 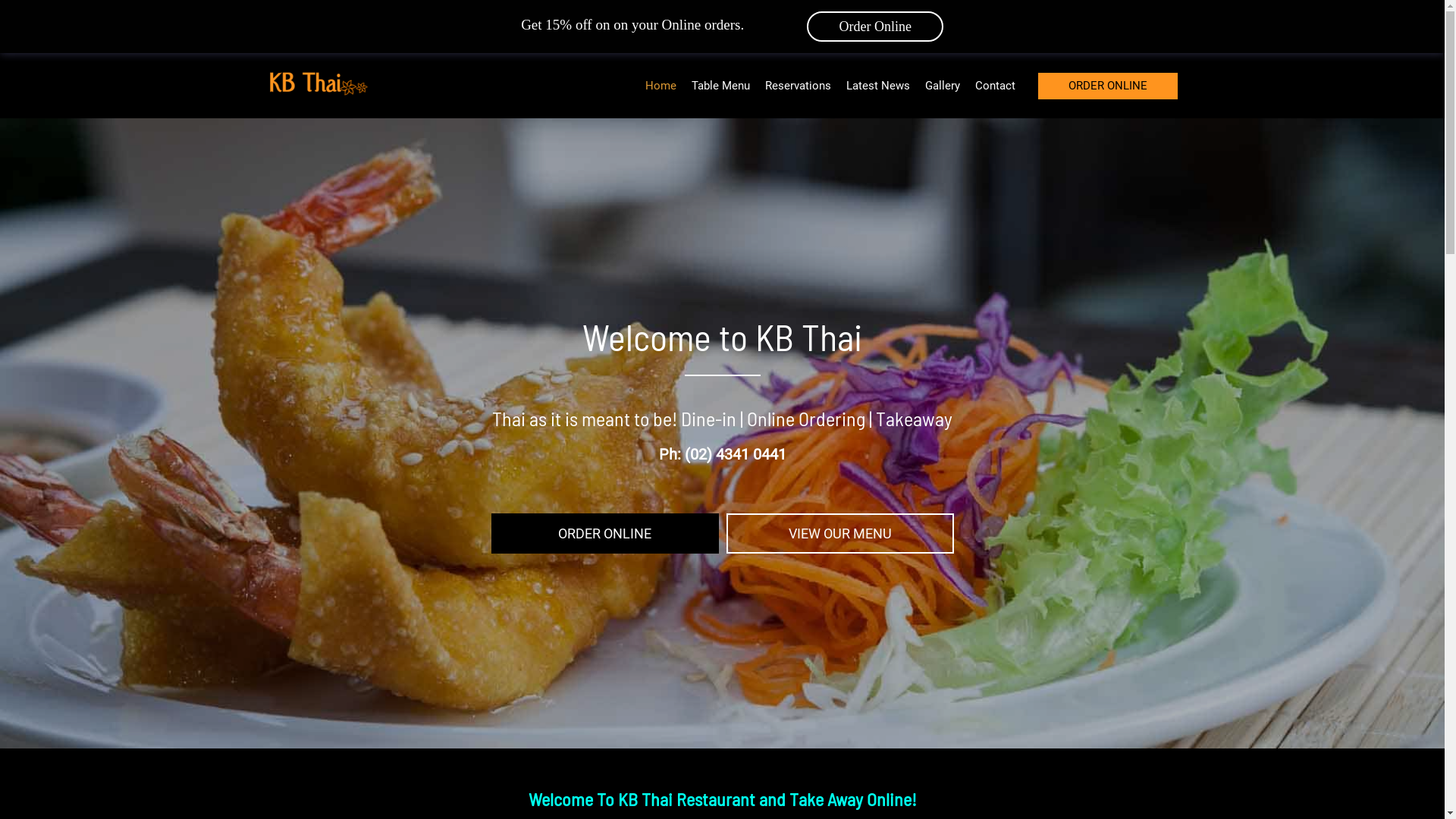 I want to click on 'Order Online', so click(x=874, y=26).